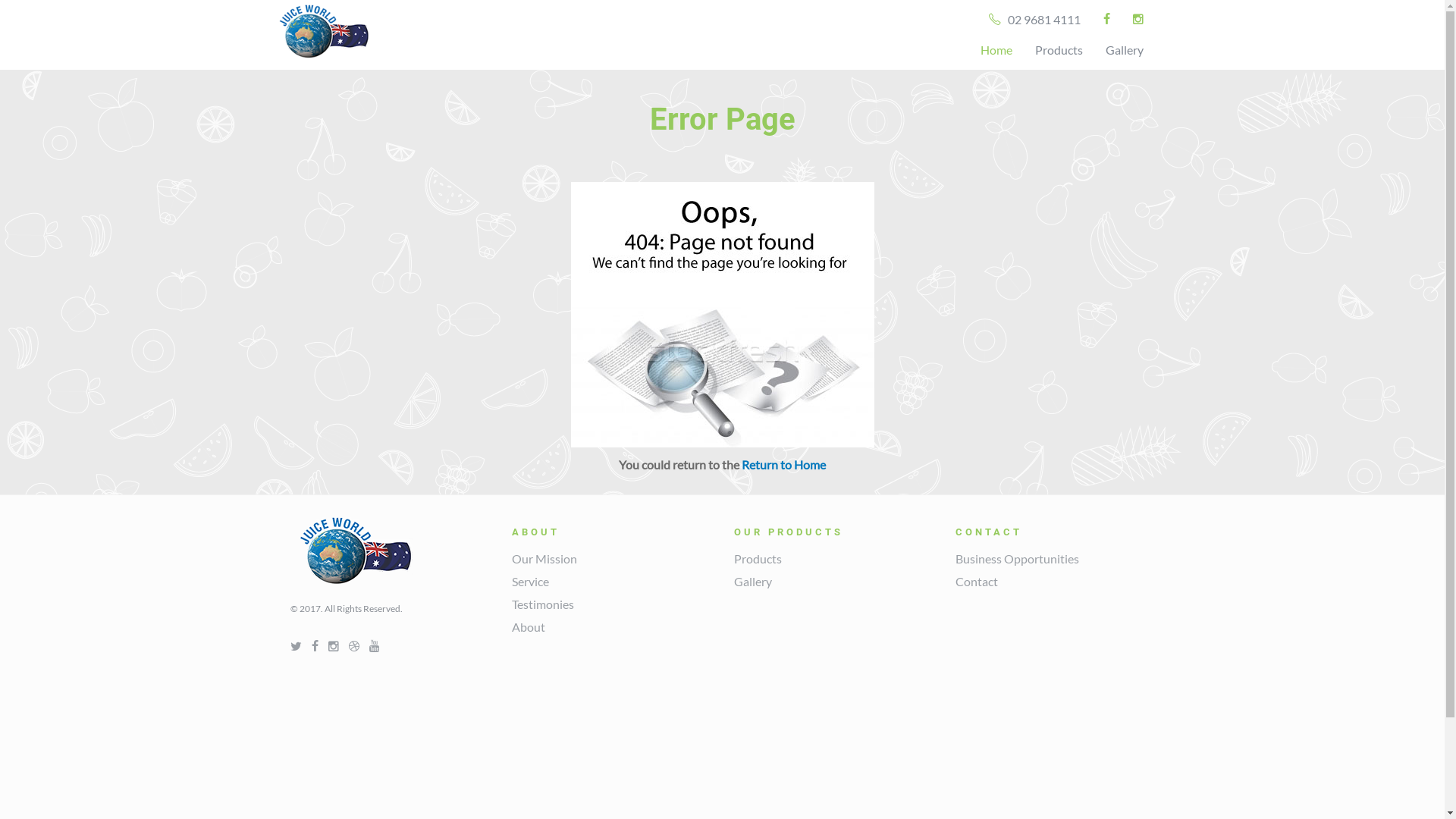  I want to click on 'Gallery', so click(753, 580).